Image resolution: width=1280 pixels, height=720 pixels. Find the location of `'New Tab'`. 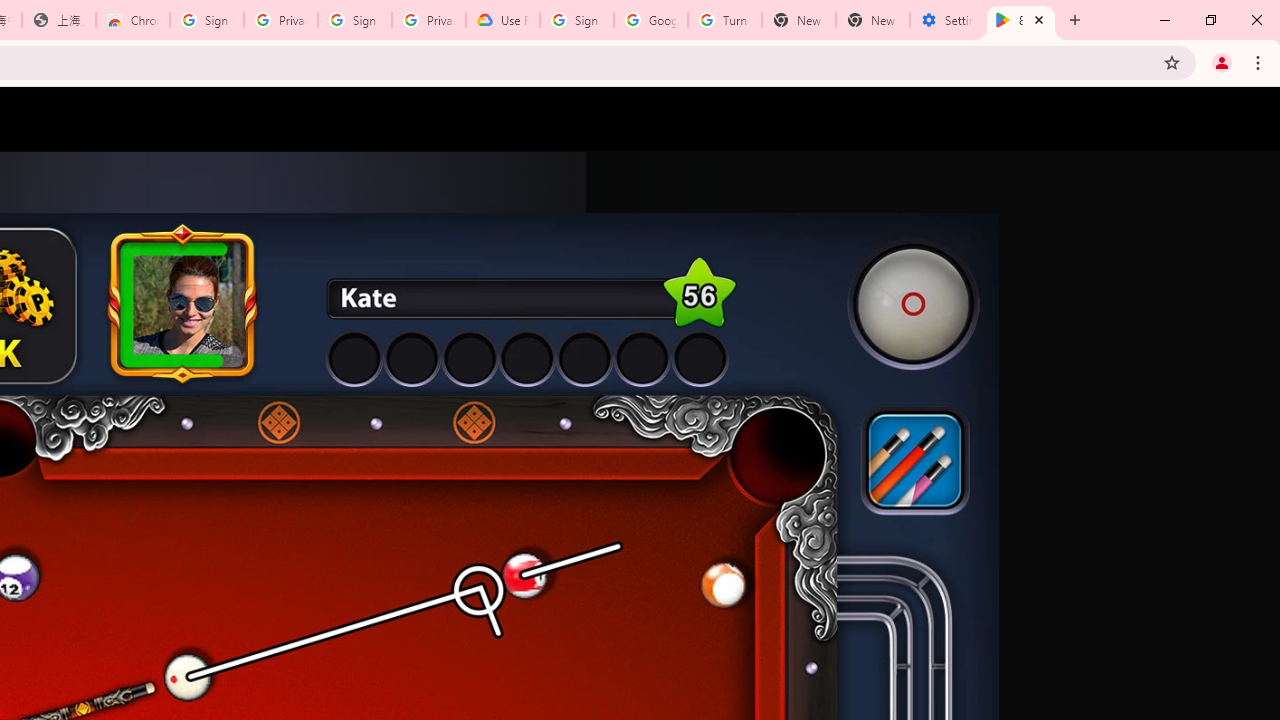

'New Tab' is located at coordinates (872, 20).